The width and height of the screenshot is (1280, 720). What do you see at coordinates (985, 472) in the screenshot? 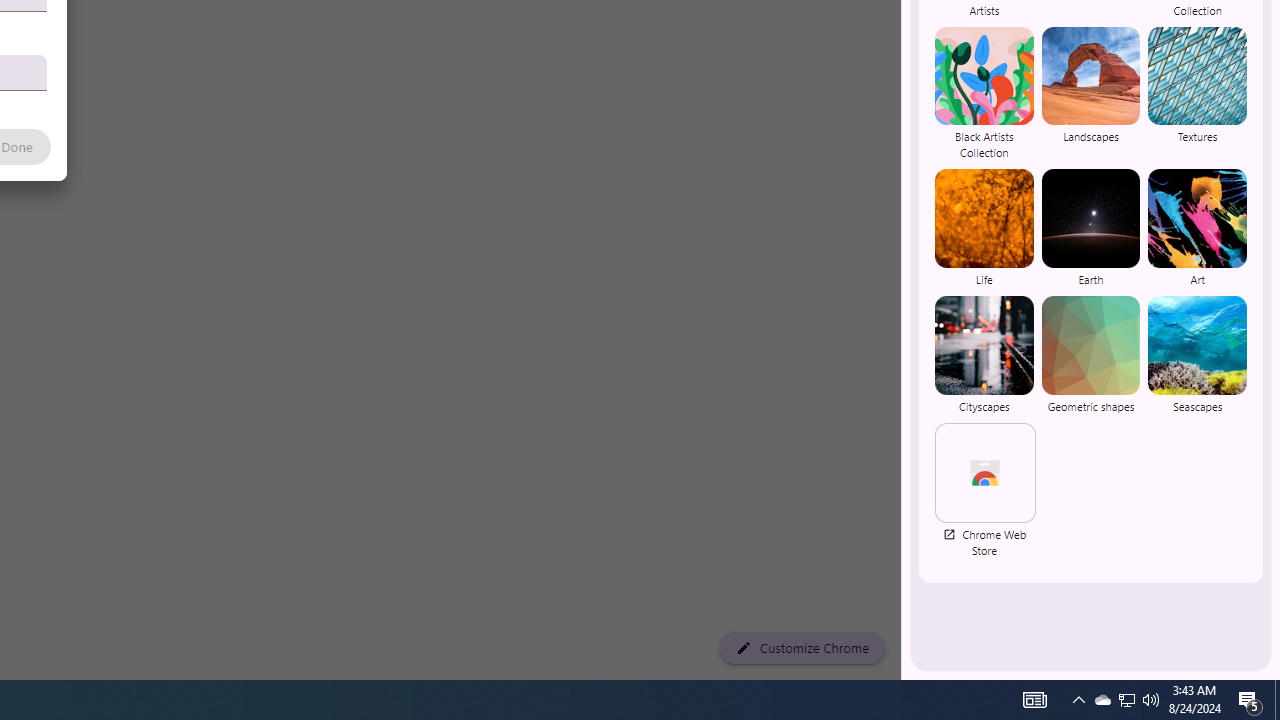
I see `'AutomationID: chromeWebStore'` at bounding box center [985, 472].